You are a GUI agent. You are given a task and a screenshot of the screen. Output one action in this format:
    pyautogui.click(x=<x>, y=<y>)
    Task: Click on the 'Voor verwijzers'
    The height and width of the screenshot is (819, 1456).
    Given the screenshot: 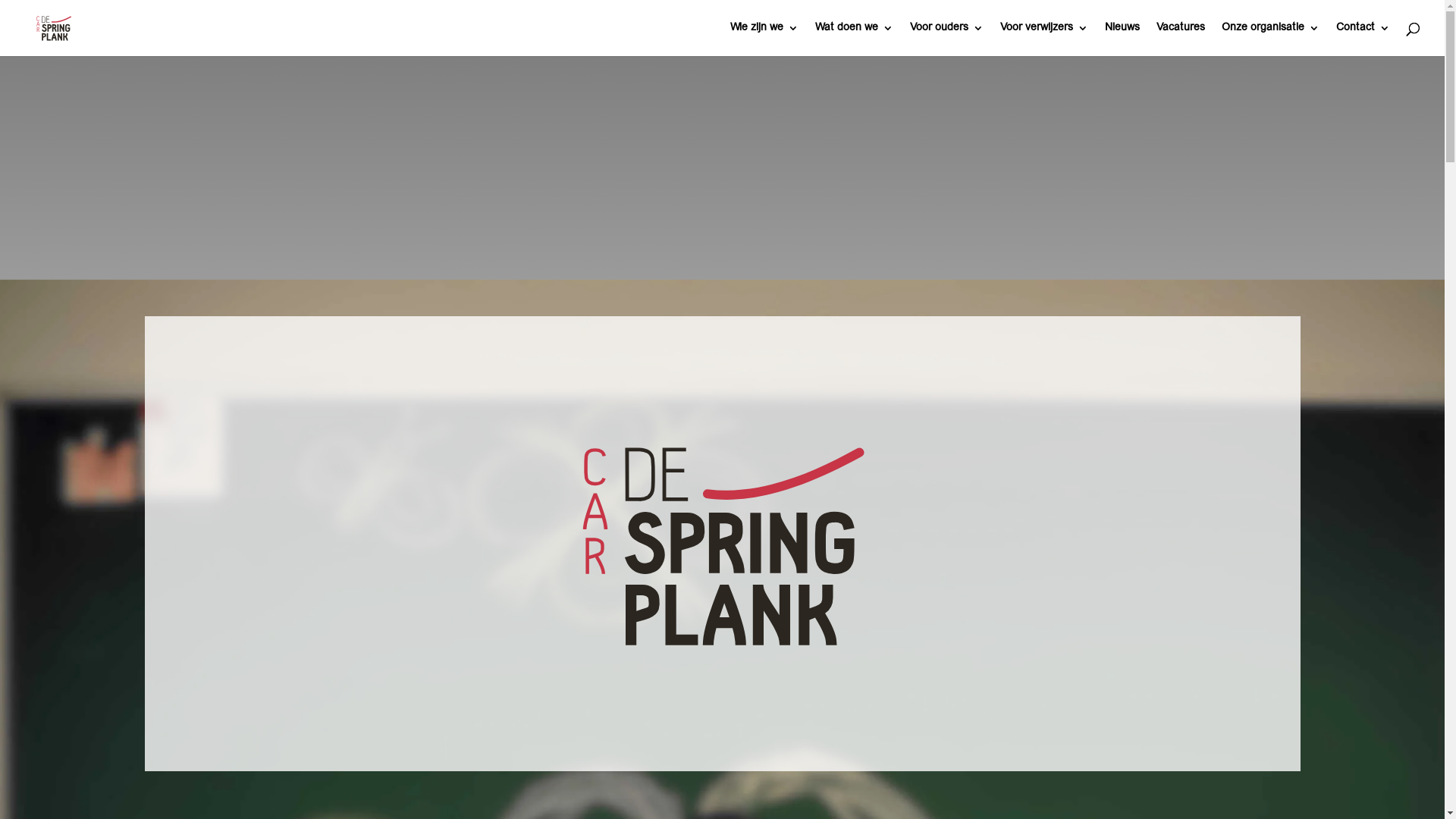 What is the action you would take?
    pyautogui.click(x=1043, y=38)
    